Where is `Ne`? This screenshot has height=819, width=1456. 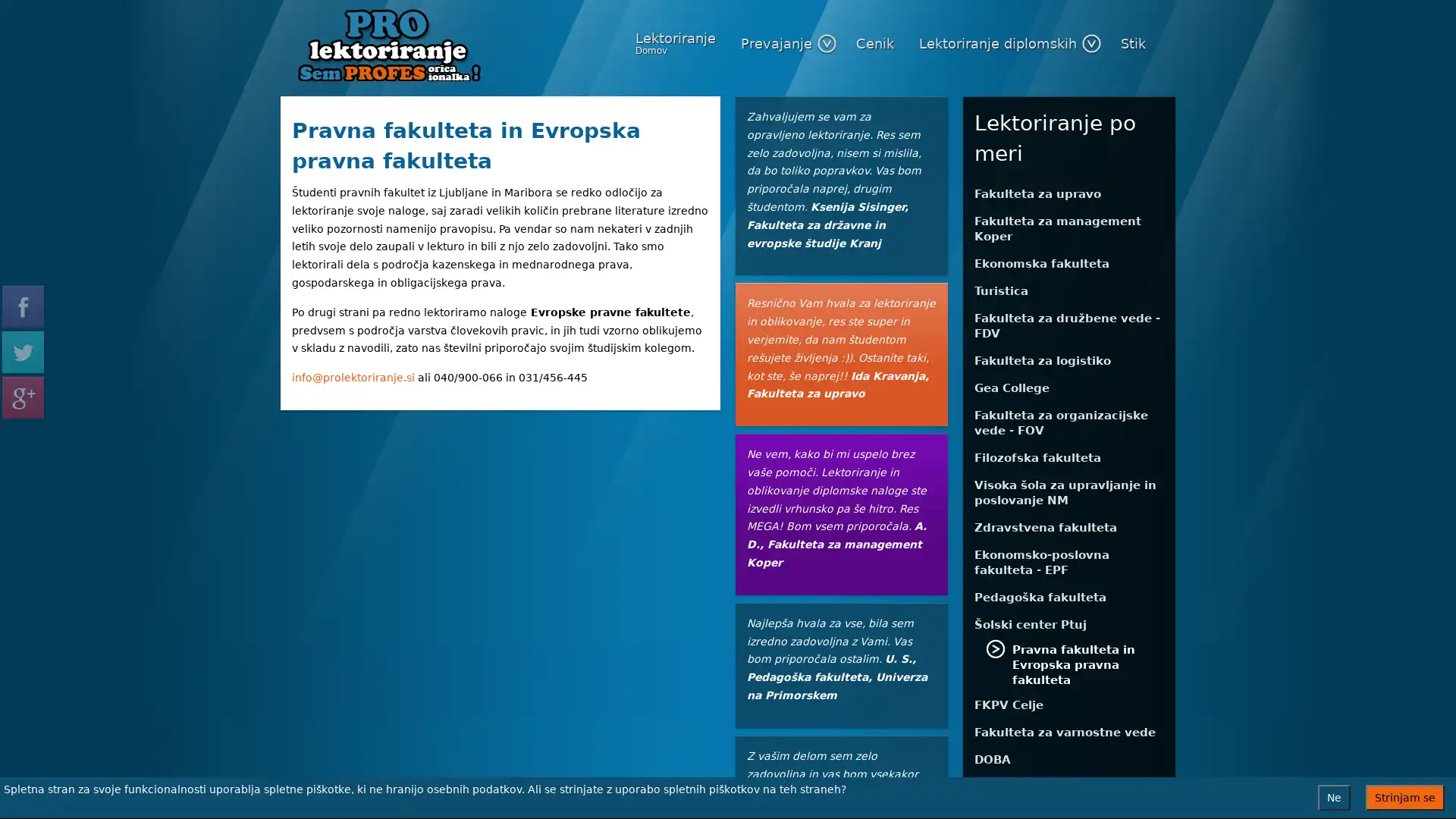 Ne is located at coordinates (1333, 797).